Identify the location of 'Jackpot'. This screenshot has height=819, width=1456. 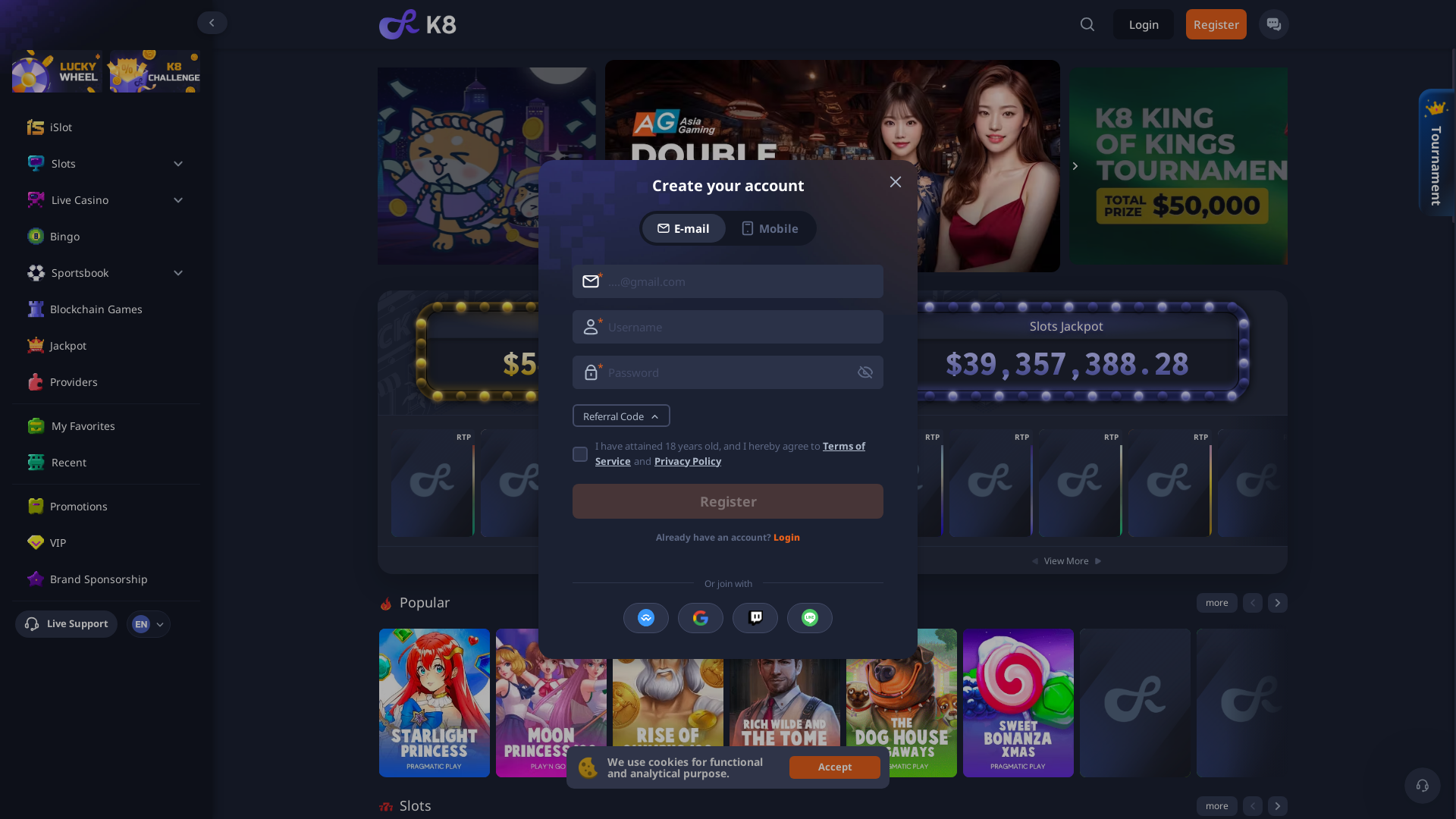
(116, 345).